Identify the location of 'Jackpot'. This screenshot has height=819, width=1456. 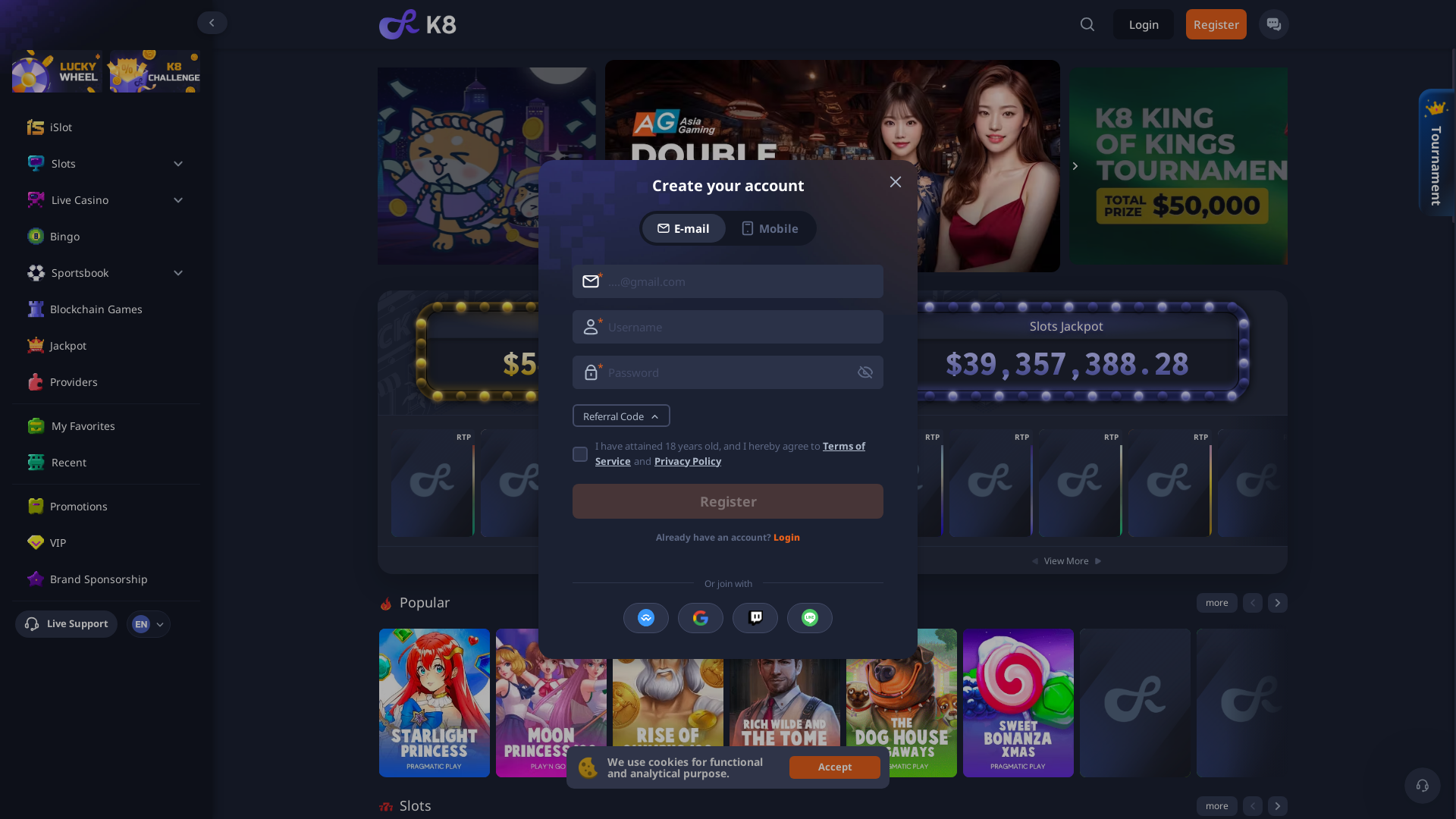
(116, 345).